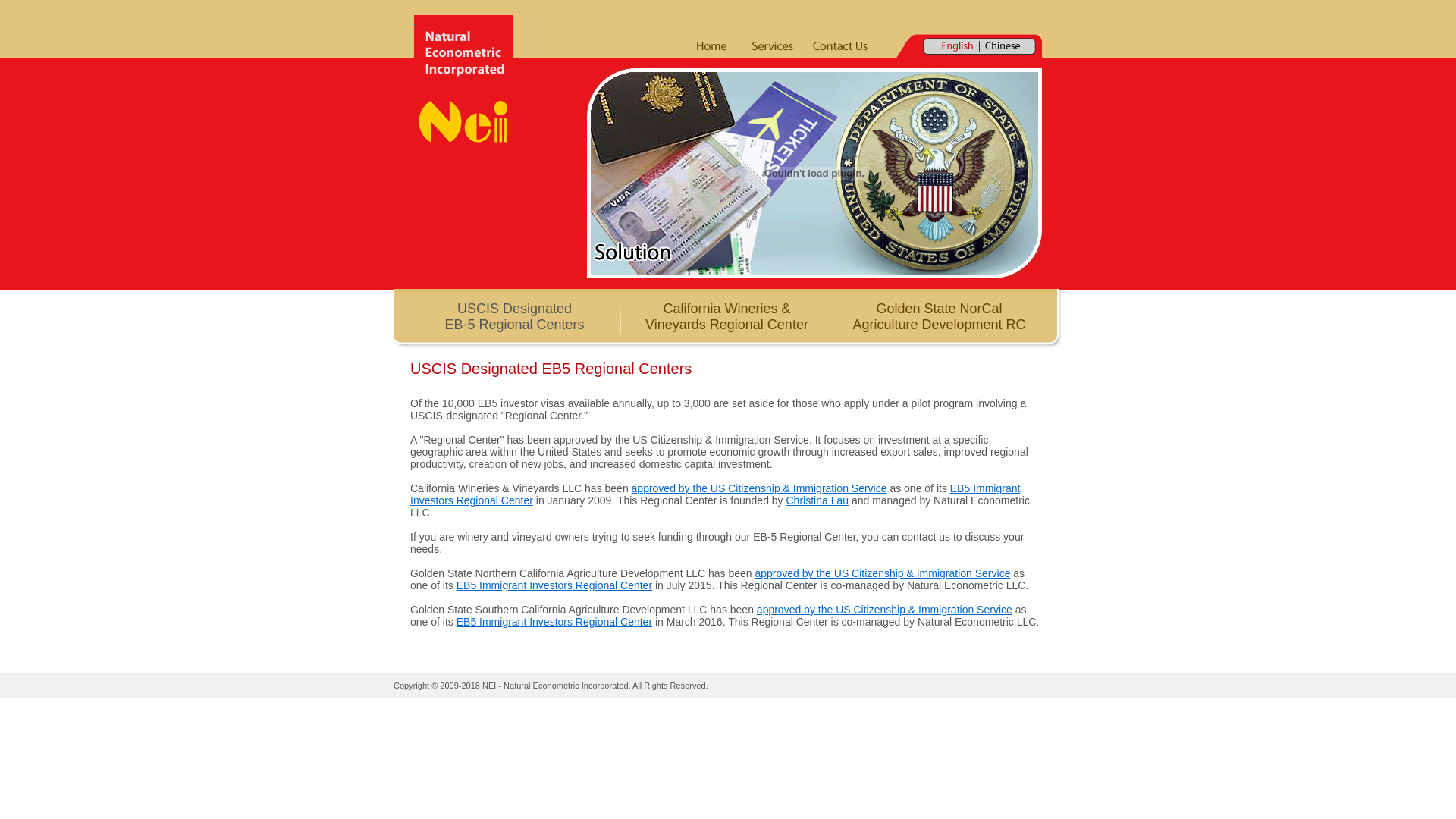  What do you see at coordinates (553, 584) in the screenshot?
I see `'EB5 Immigrant Investors Regional Center'` at bounding box center [553, 584].